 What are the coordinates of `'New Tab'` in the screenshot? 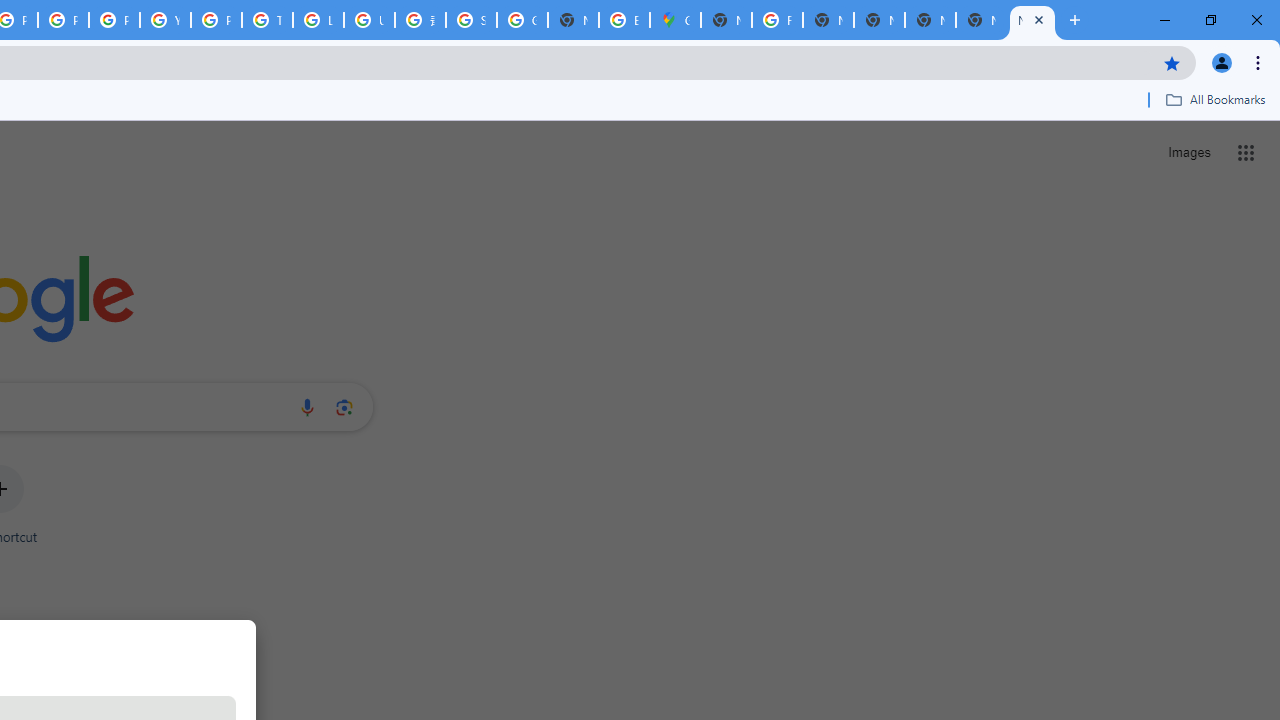 It's located at (1032, 20).